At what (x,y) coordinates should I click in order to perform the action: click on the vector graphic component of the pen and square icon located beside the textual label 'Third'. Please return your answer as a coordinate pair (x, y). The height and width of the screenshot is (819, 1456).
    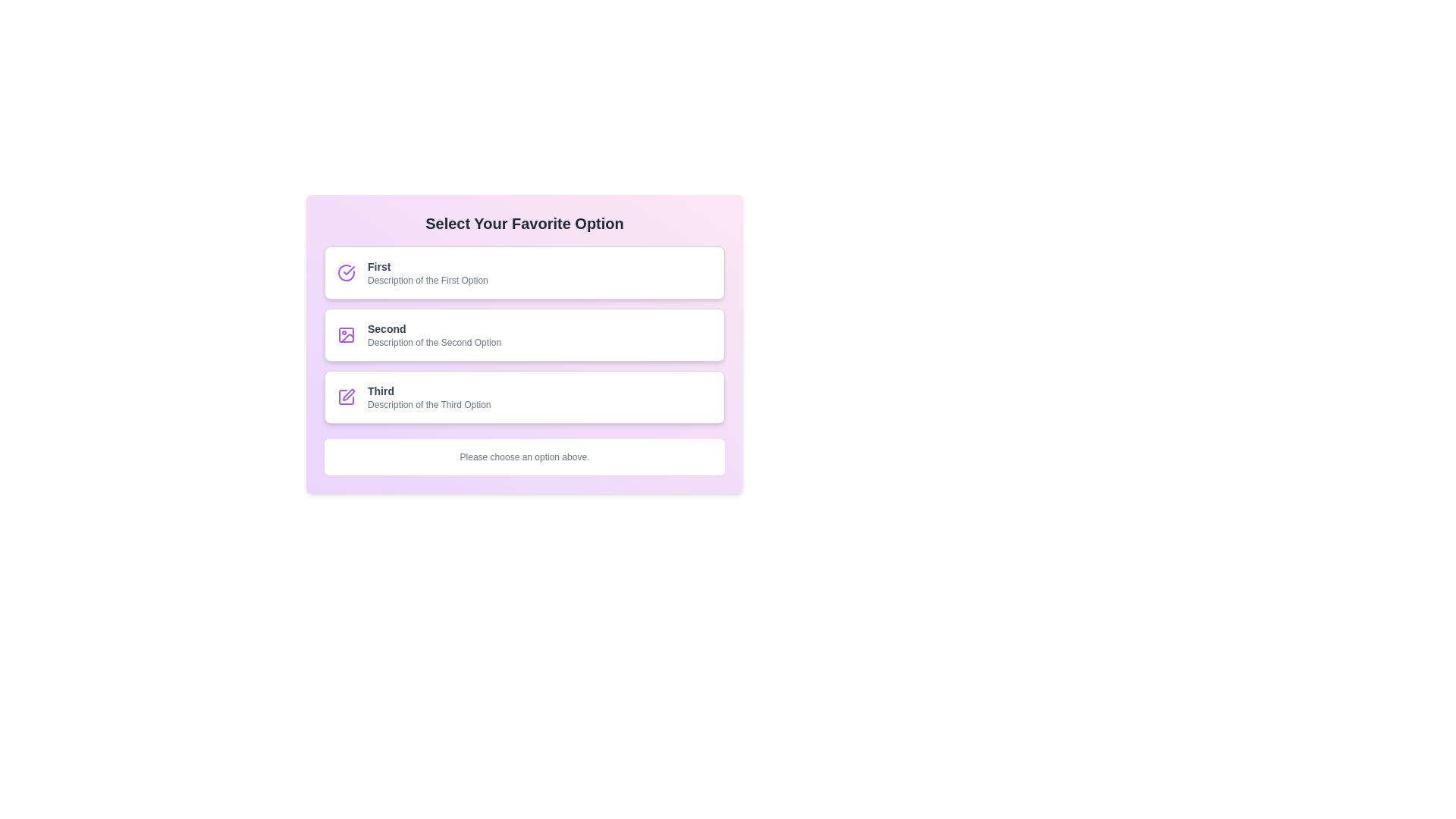
    Looking at the image, I should click on (345, 397).